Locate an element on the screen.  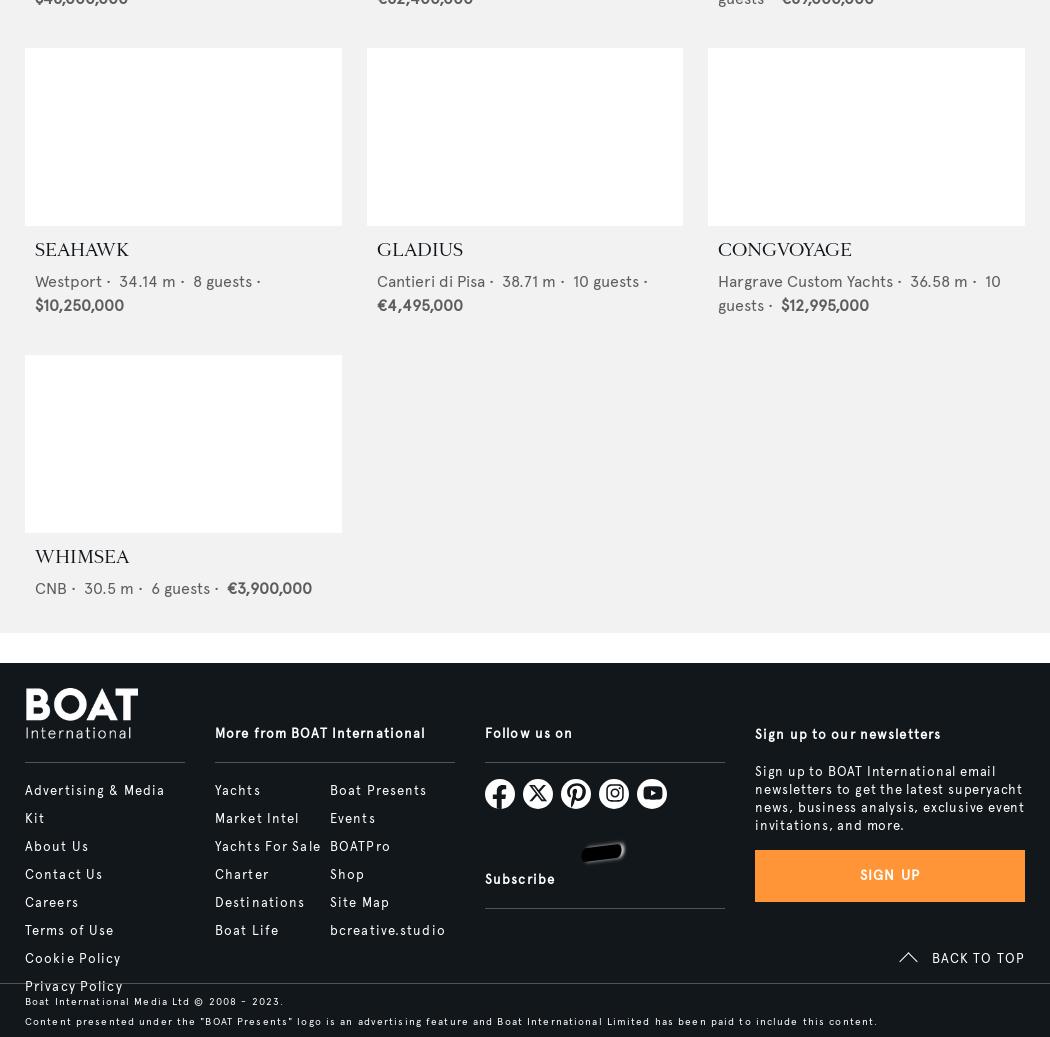
'Events' is located at coordinates (350, 819).